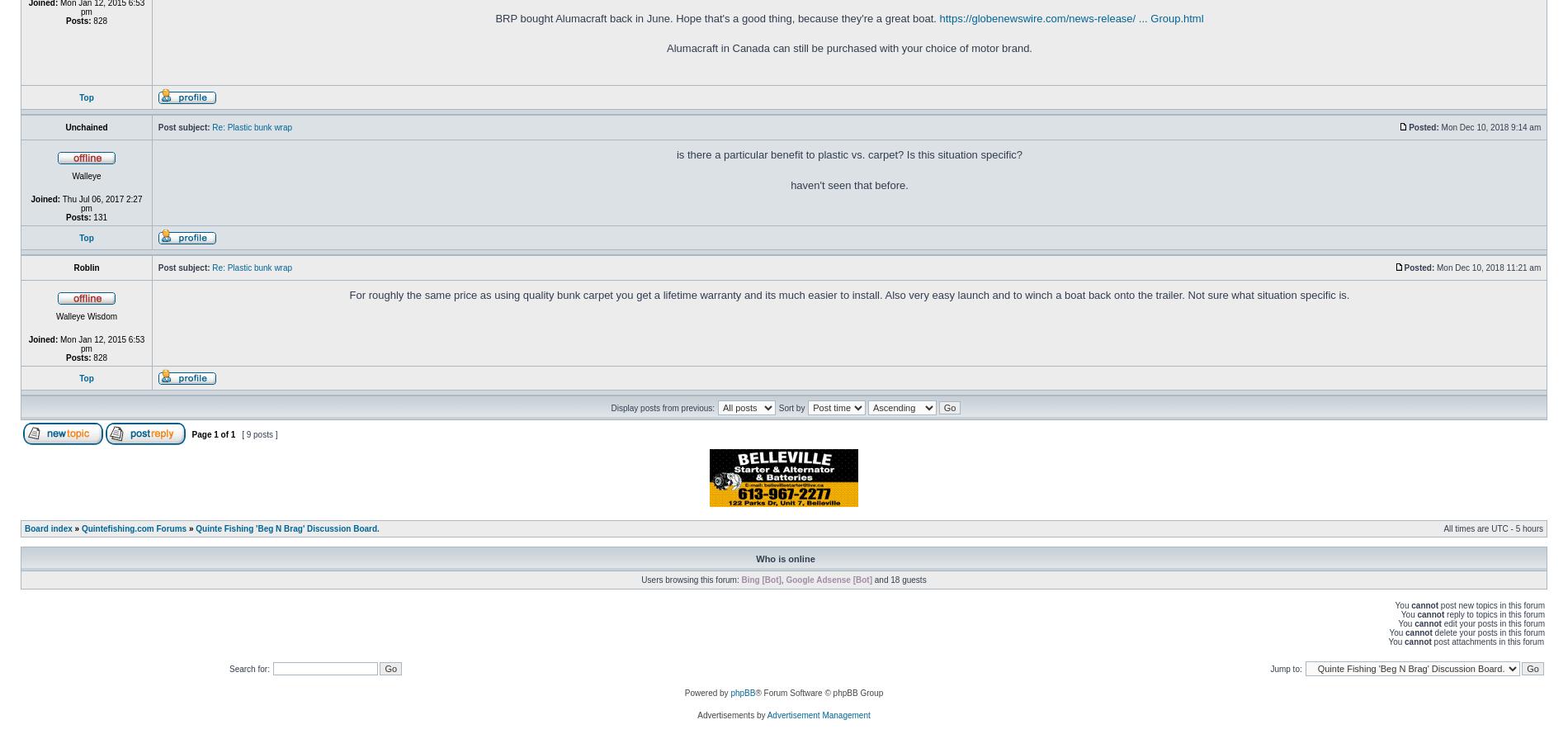  What do you see at coordinates (785, 558) in the screenshot?
I see `'Who is online'` at bounding box center [785, 558].